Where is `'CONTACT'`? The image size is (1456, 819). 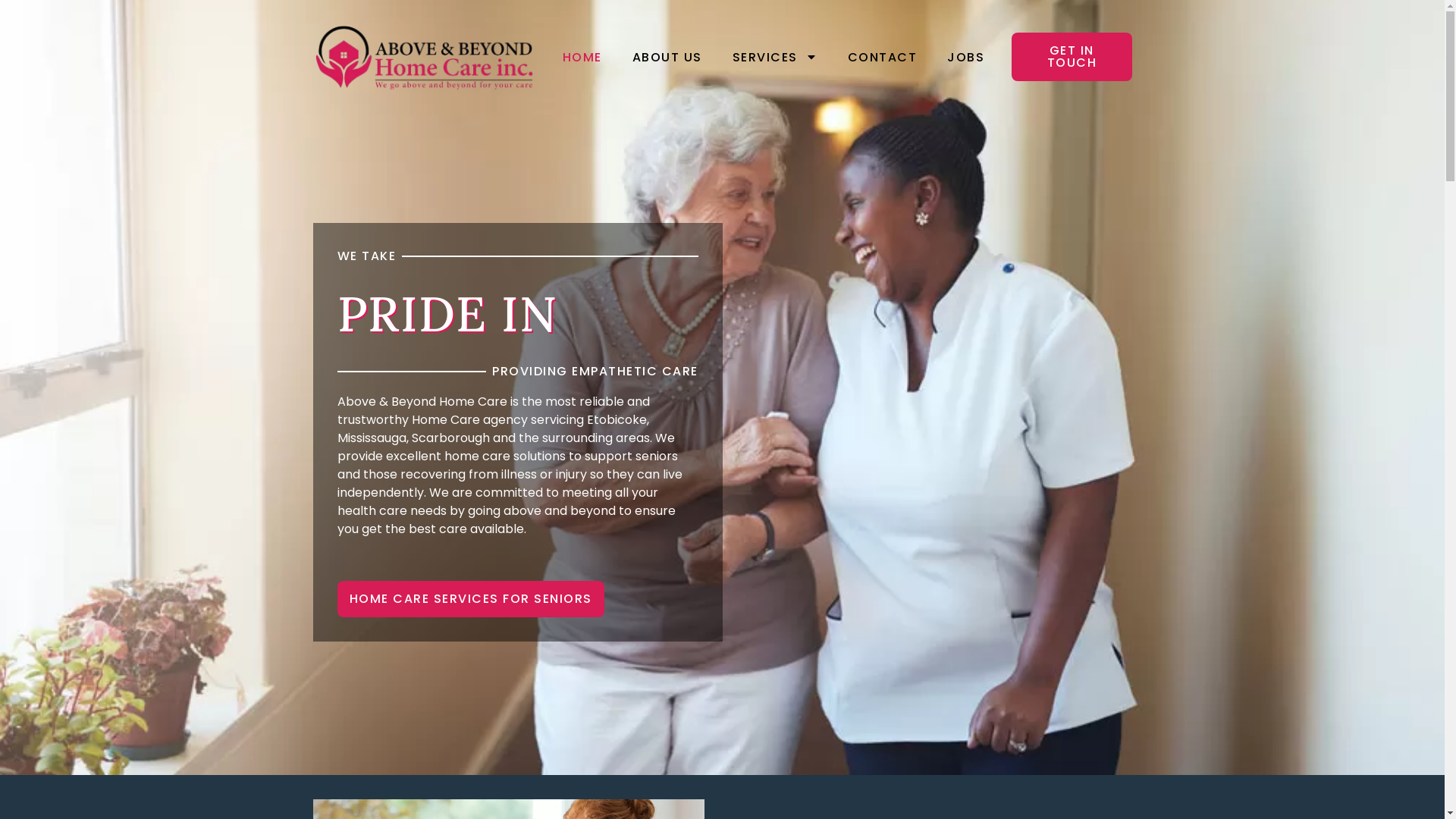
'CONTACT' is located at coordinates (882, 56).